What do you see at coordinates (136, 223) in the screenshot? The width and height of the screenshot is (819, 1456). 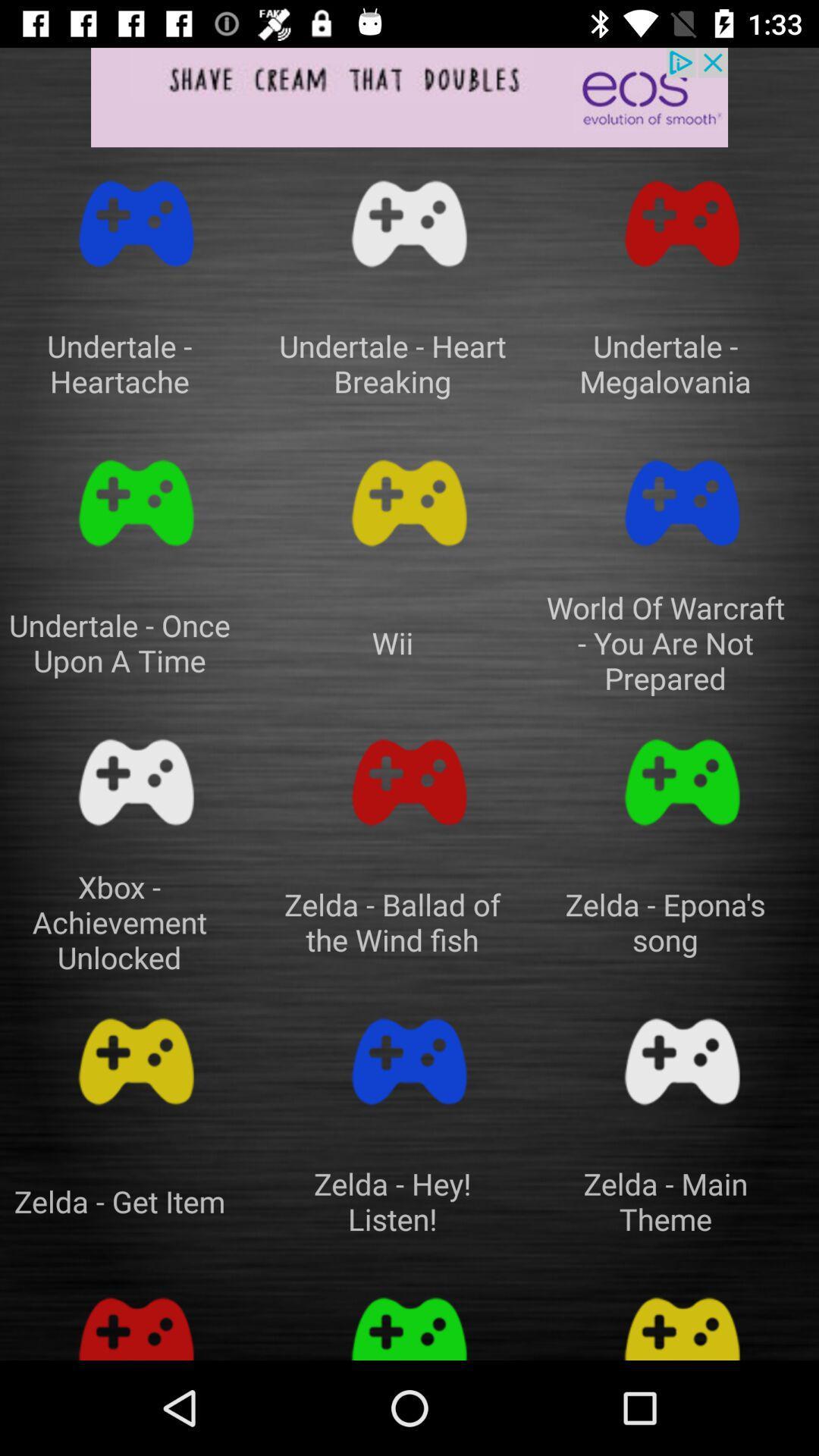 I see `open game` at bounding box center [136, 223].